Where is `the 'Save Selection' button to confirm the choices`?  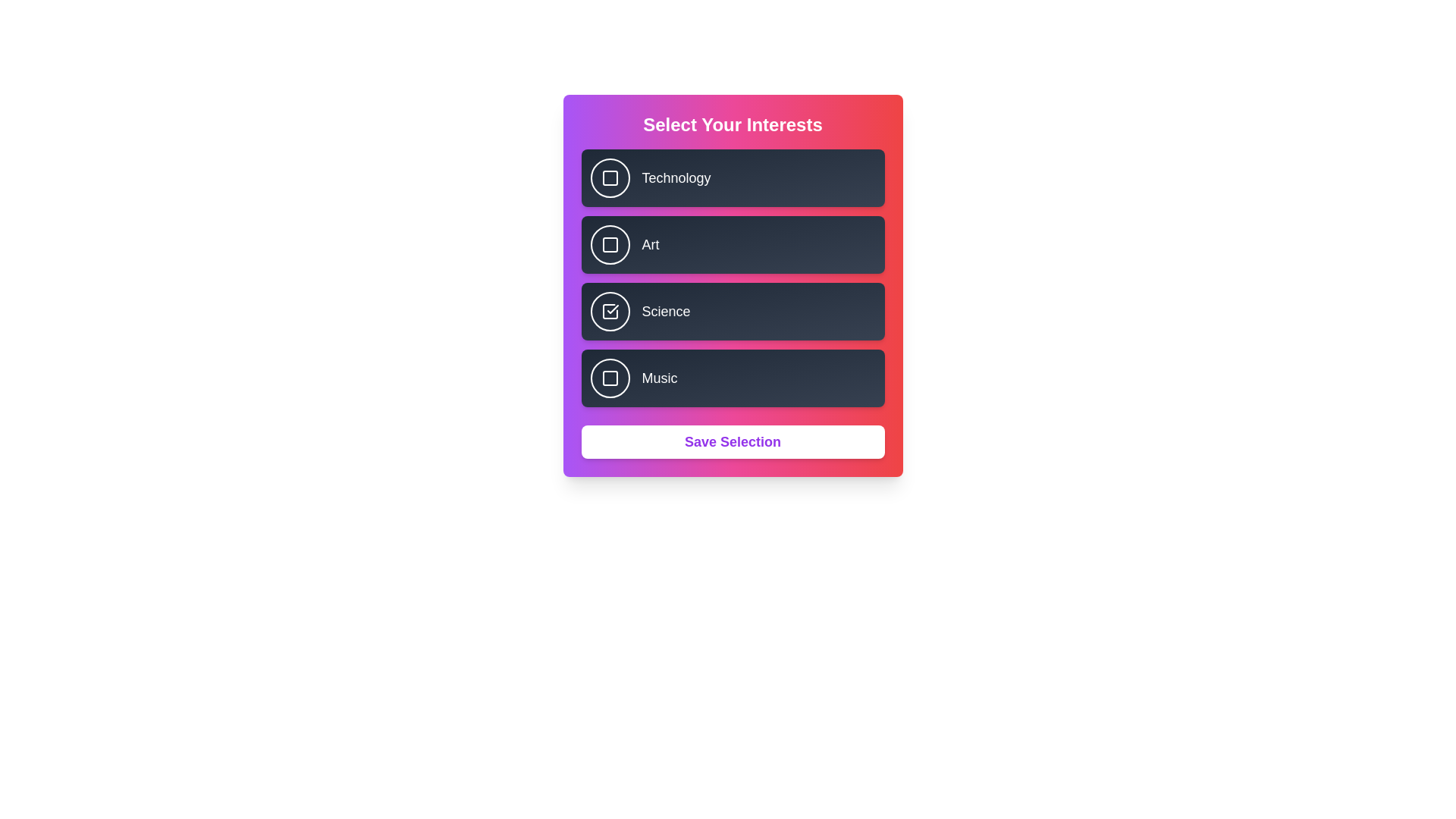
the 'Save Selection' button to confirm the choices is located at coordinates (733, 441).